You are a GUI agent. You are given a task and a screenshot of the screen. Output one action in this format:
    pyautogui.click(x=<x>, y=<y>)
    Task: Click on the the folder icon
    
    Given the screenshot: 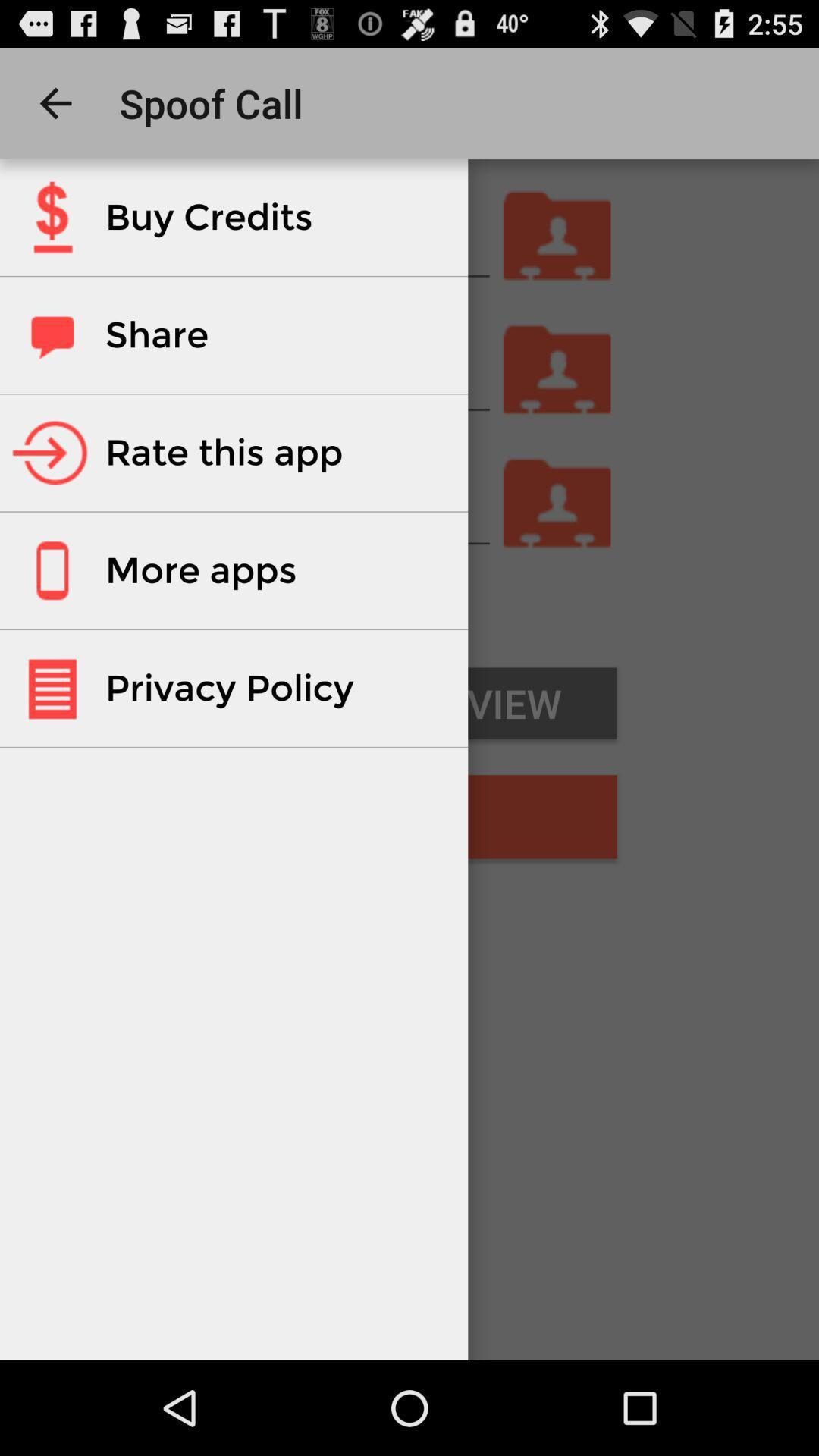 What is the action you would take?
    pyautogui.click(x=557, y=256)
    